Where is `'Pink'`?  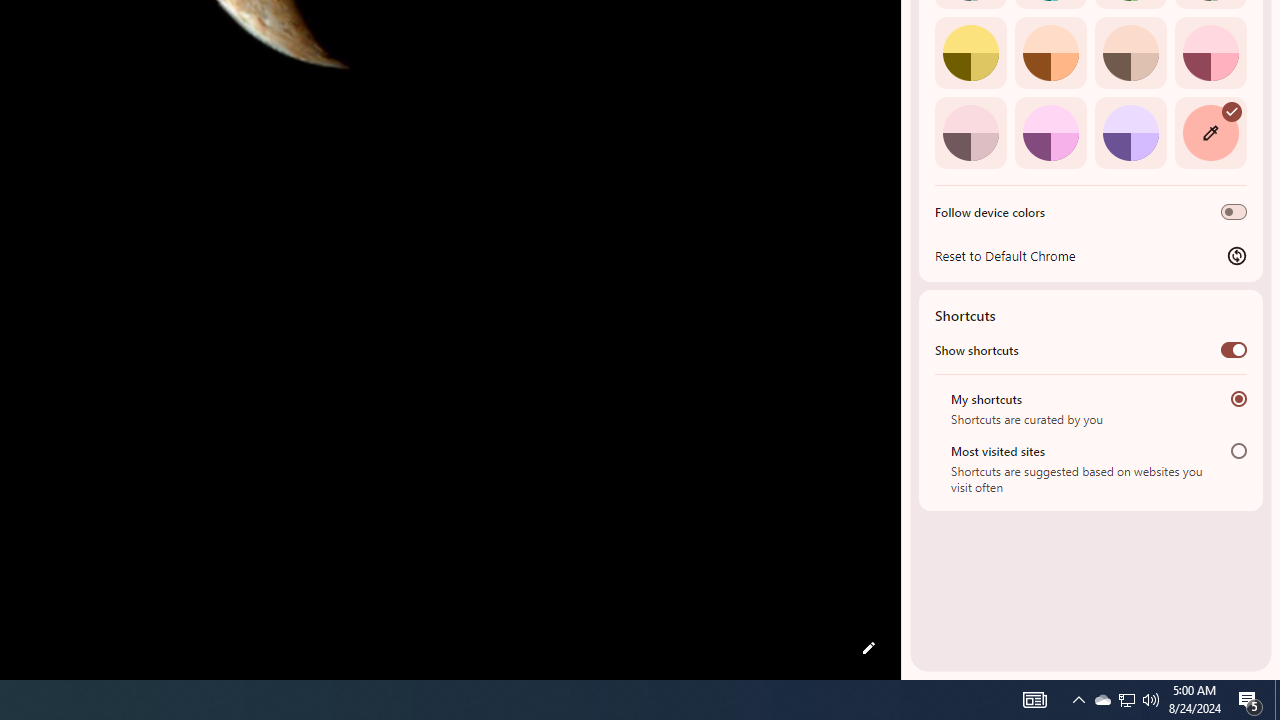
'Pink' is located at coordinates (970, 132).